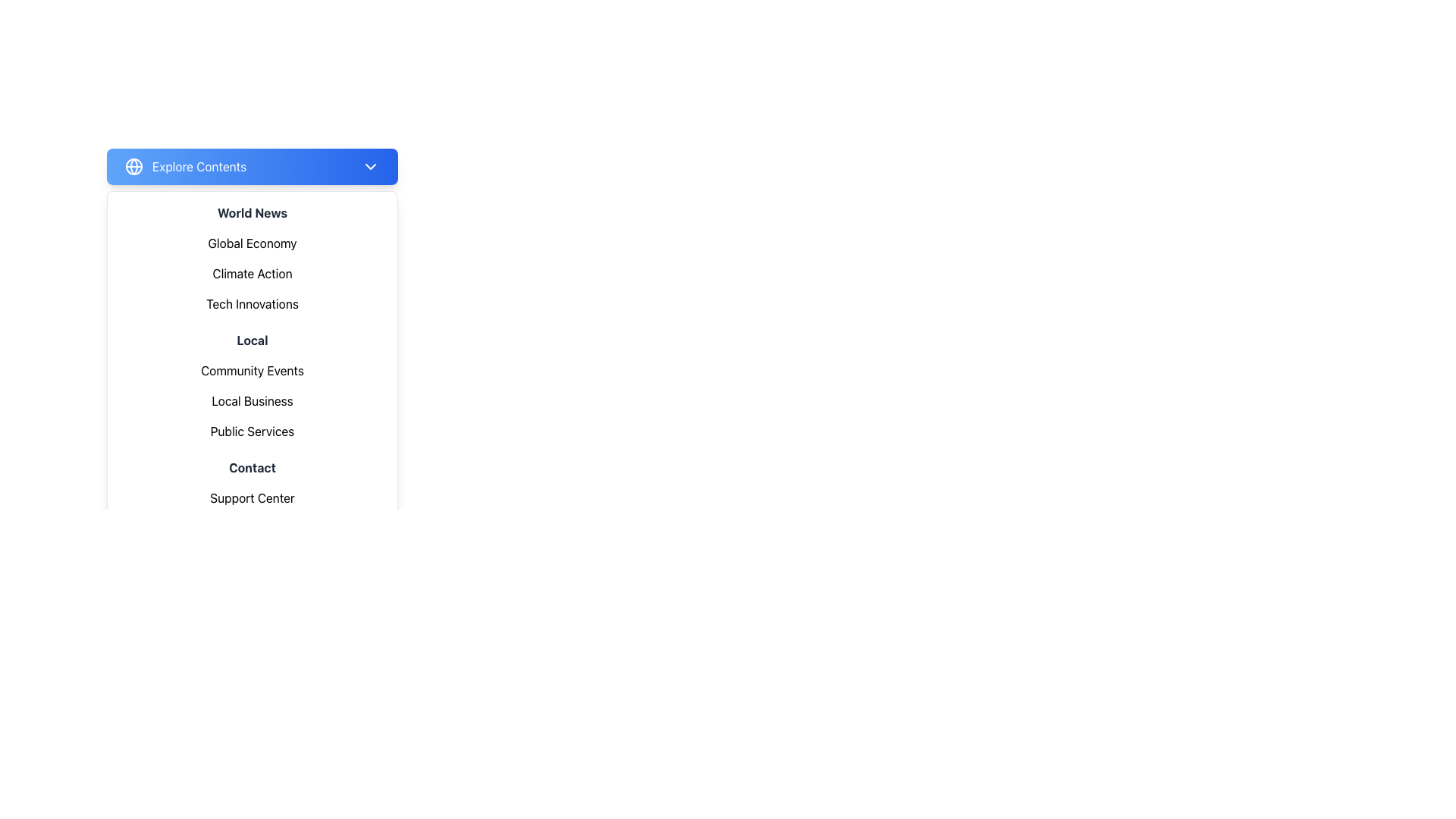  Describe the element at coordinates (252, 242) in the screenshot. I see `the first menu item under the 'World News' section` at that location.